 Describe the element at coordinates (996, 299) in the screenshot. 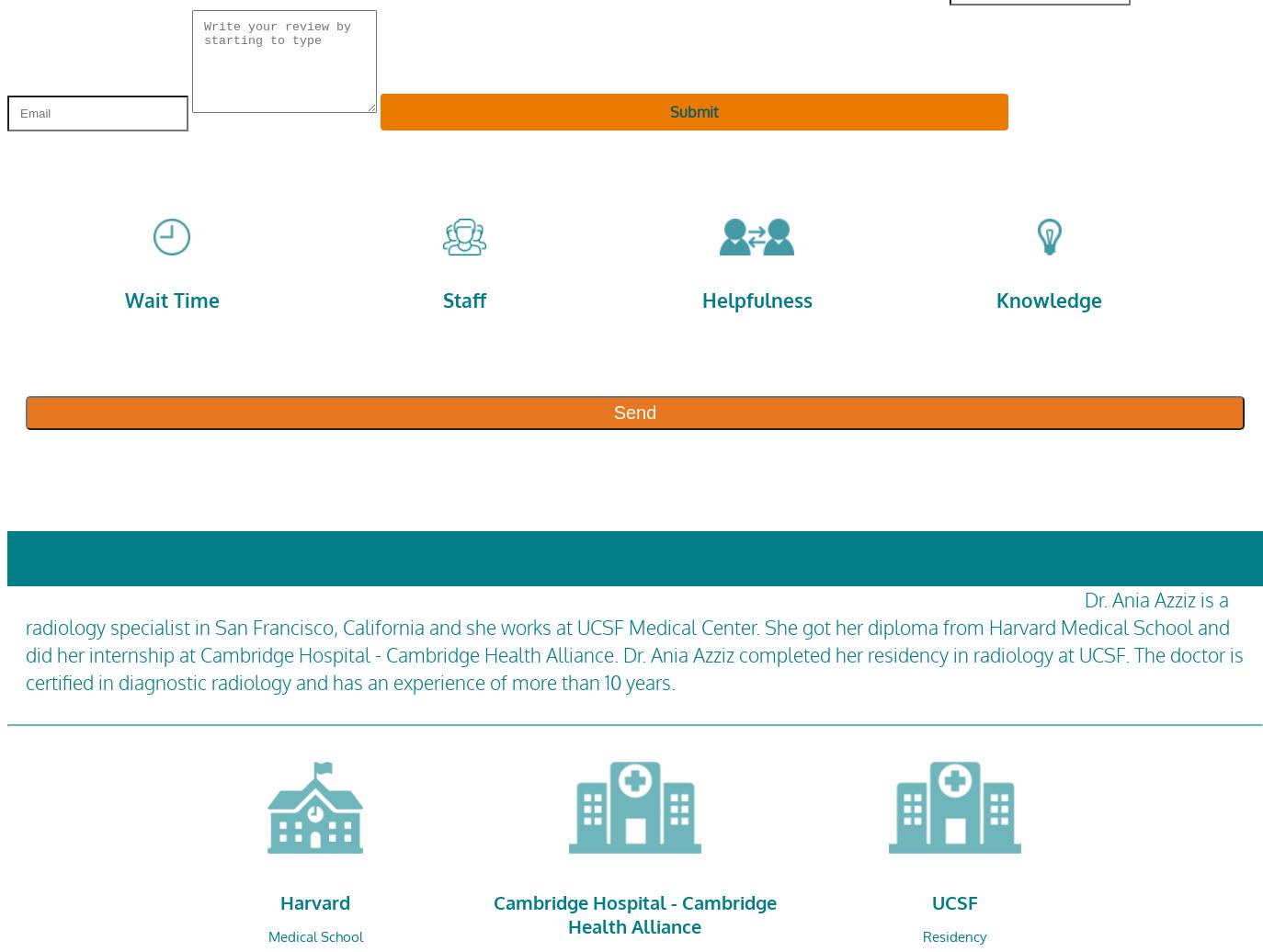

I see `'Knowledge'` at that location.